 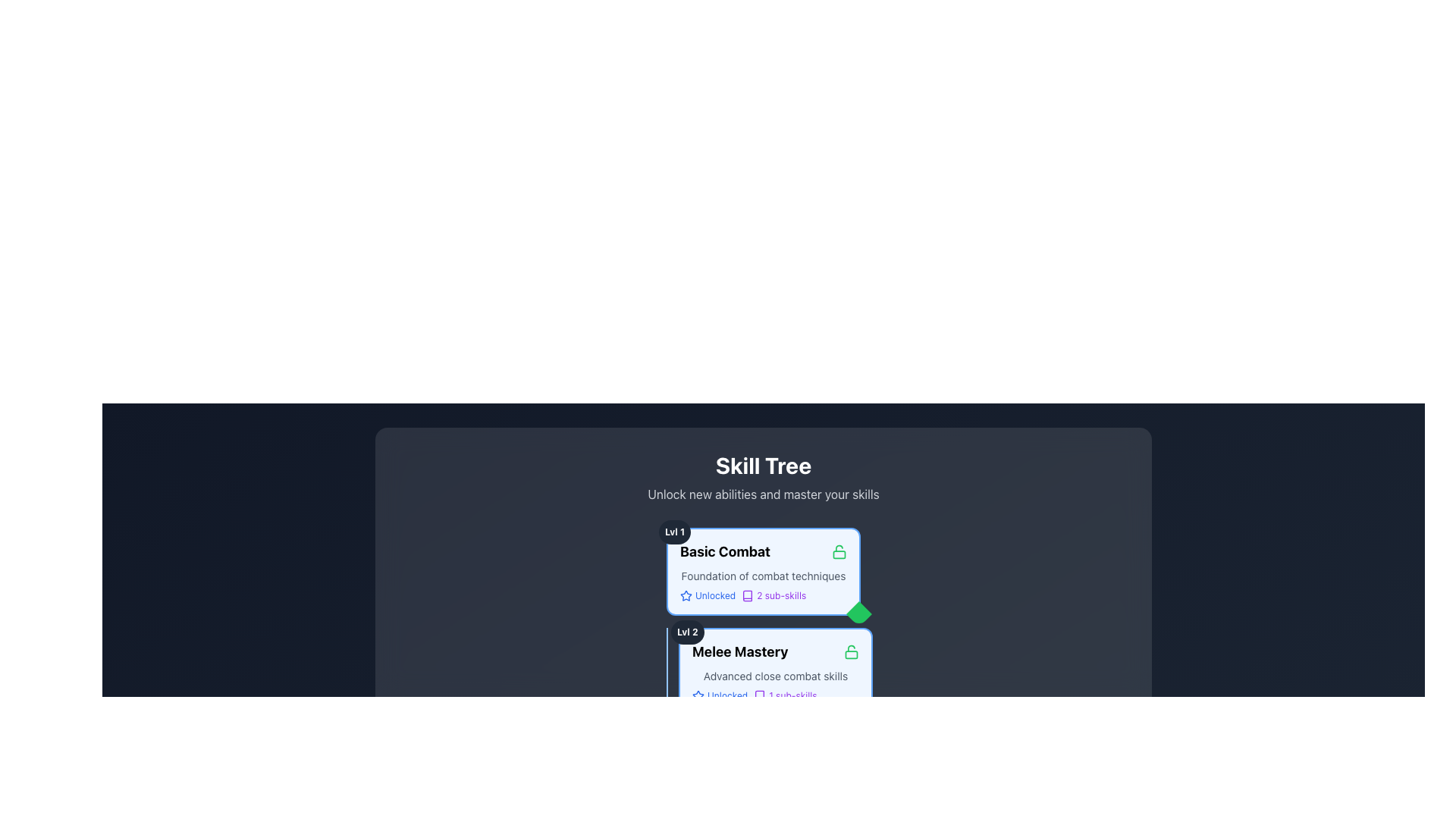 What do you see at coordinates (764, 464) in the screenshot?
I see `the section context` at bounding box center [764, 464].